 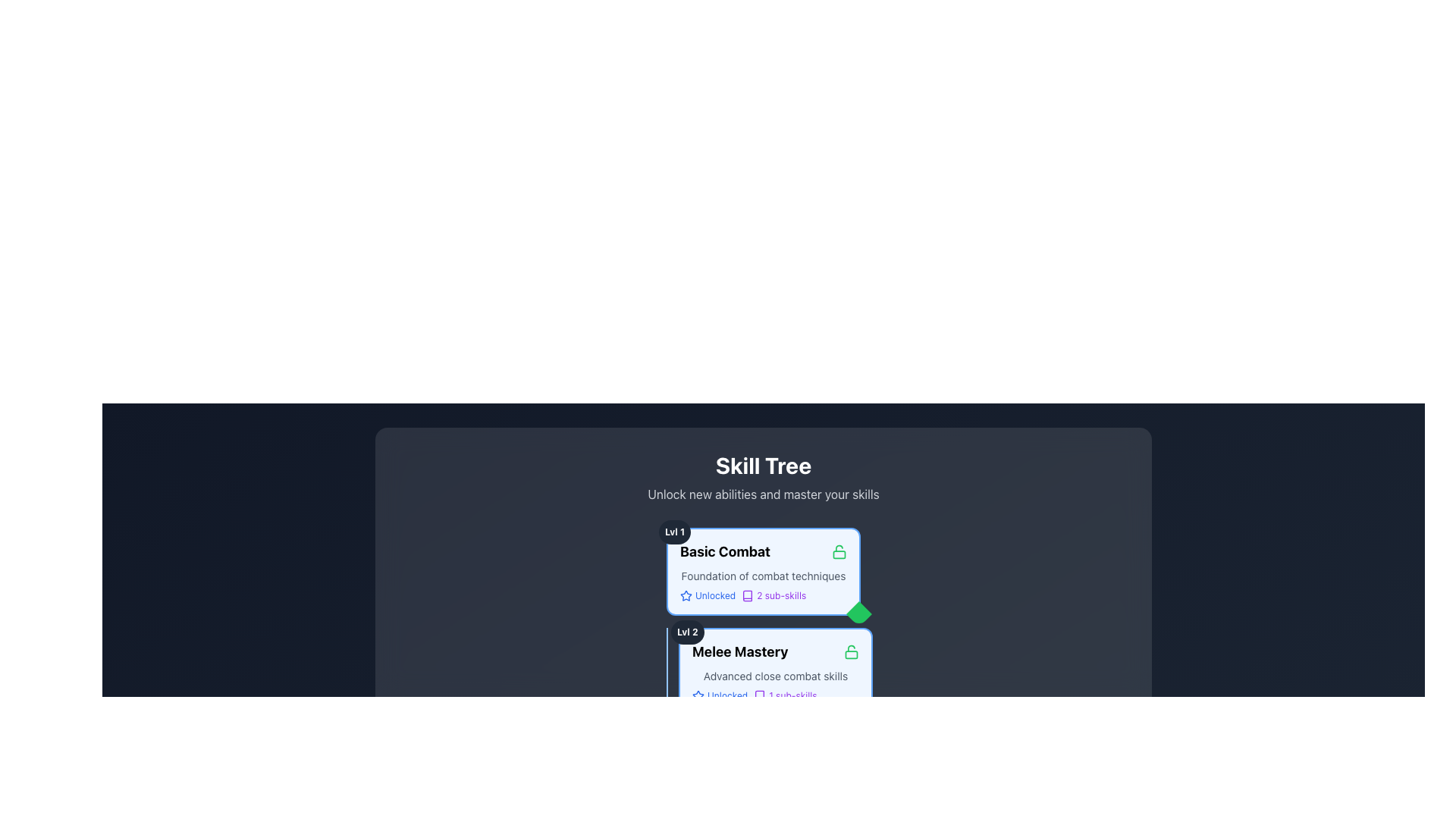 What do you see at coordinates (764, 464) in the screenshot?
I see `the section context` at bounding box center [764, 464].